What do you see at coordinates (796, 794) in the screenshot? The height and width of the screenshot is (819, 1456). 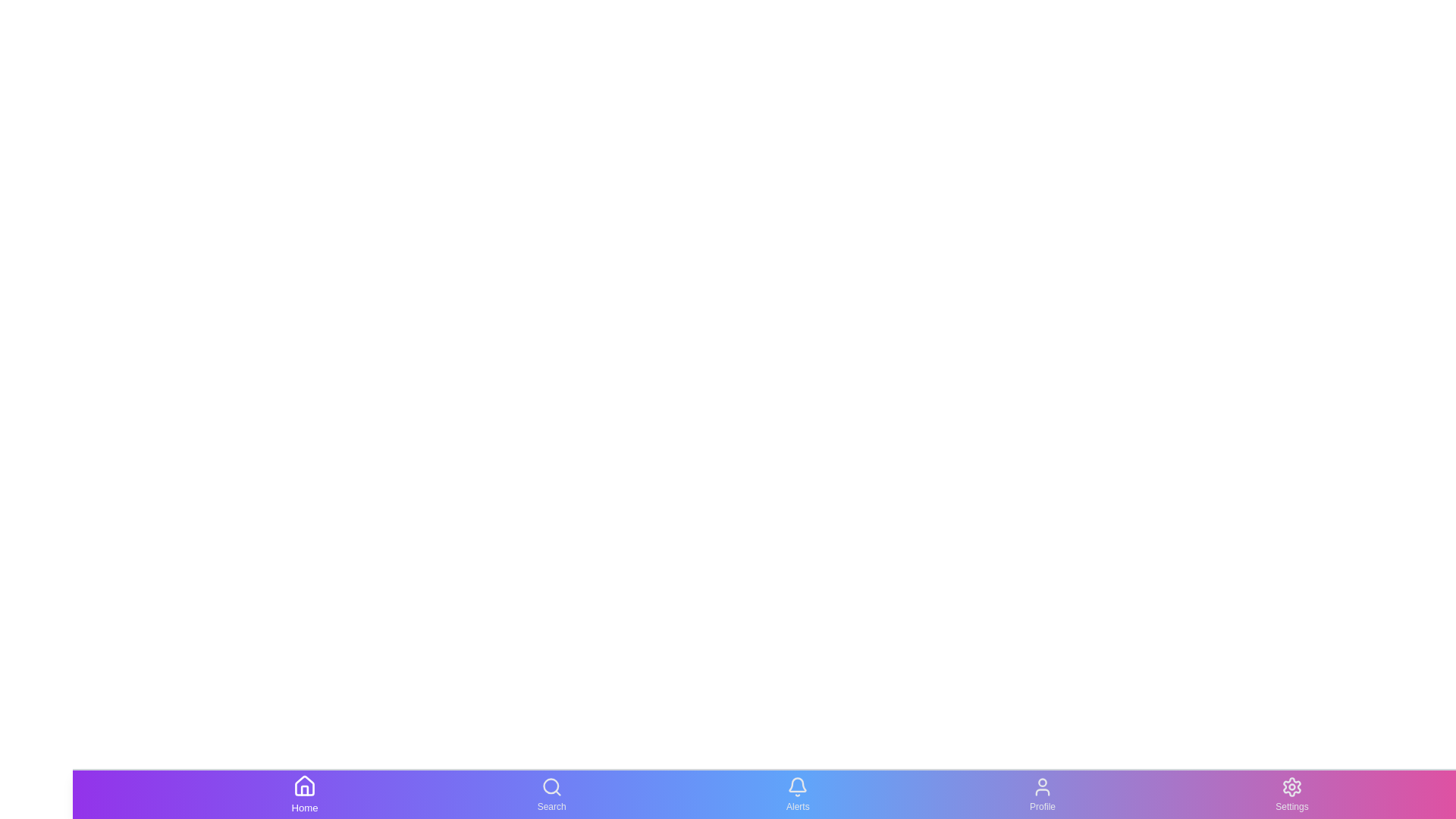 I see `the Alerts icon to preview its hover effect` at bounding box center [796, 794].